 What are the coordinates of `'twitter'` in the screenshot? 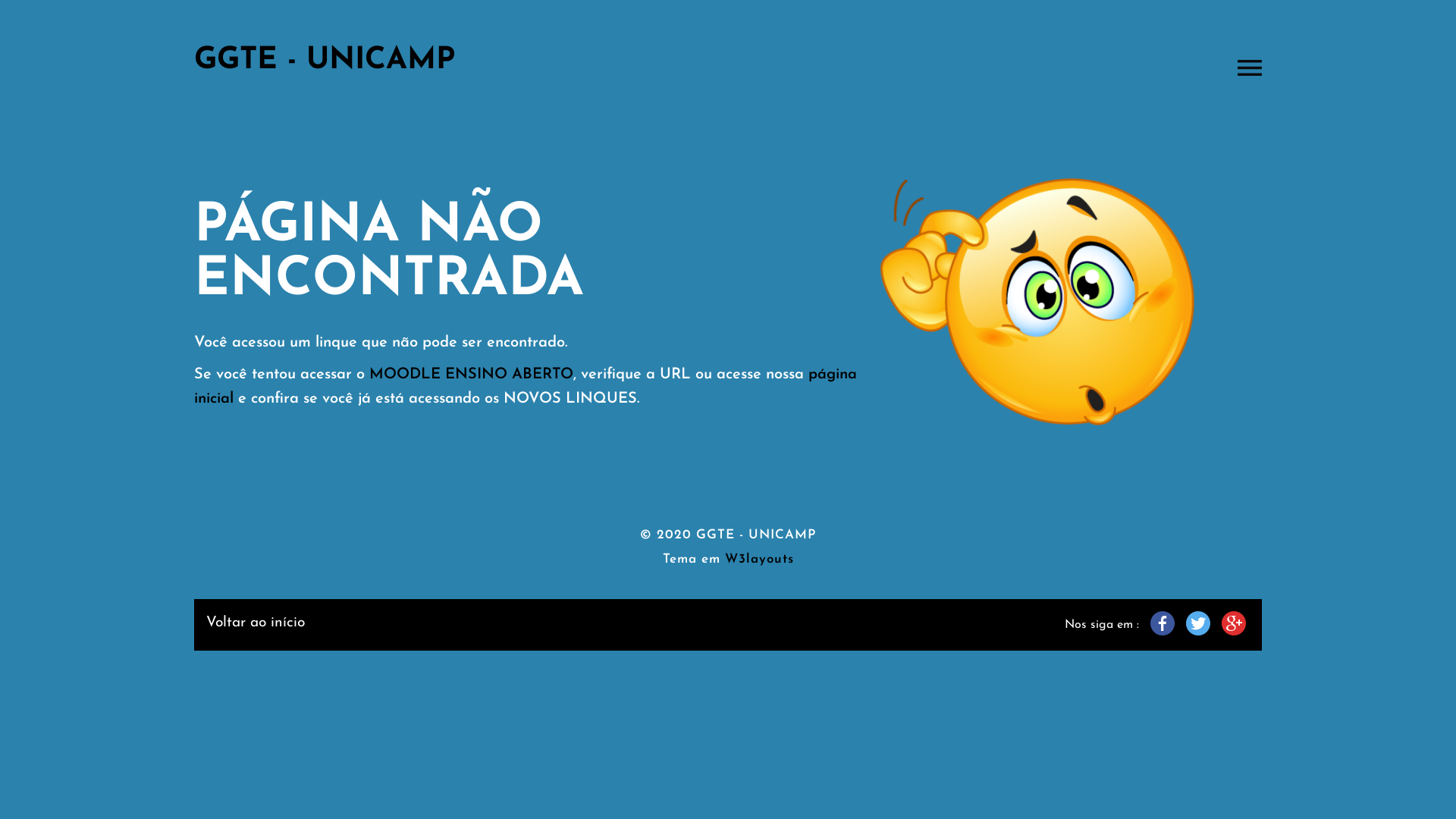 It's located at (1197, 623).